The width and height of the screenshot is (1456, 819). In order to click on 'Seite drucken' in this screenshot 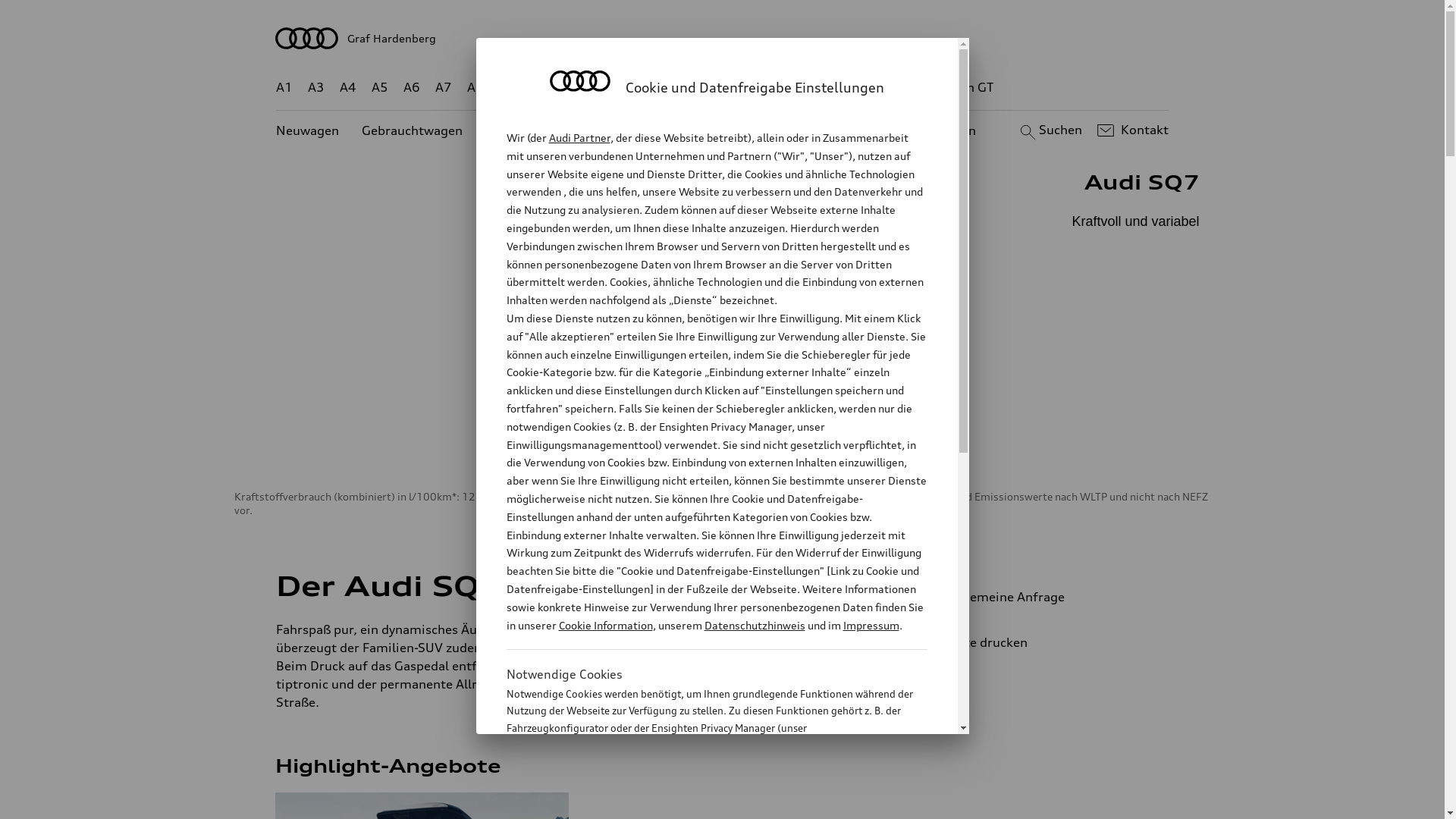, I will do `click(1043, 642)`.